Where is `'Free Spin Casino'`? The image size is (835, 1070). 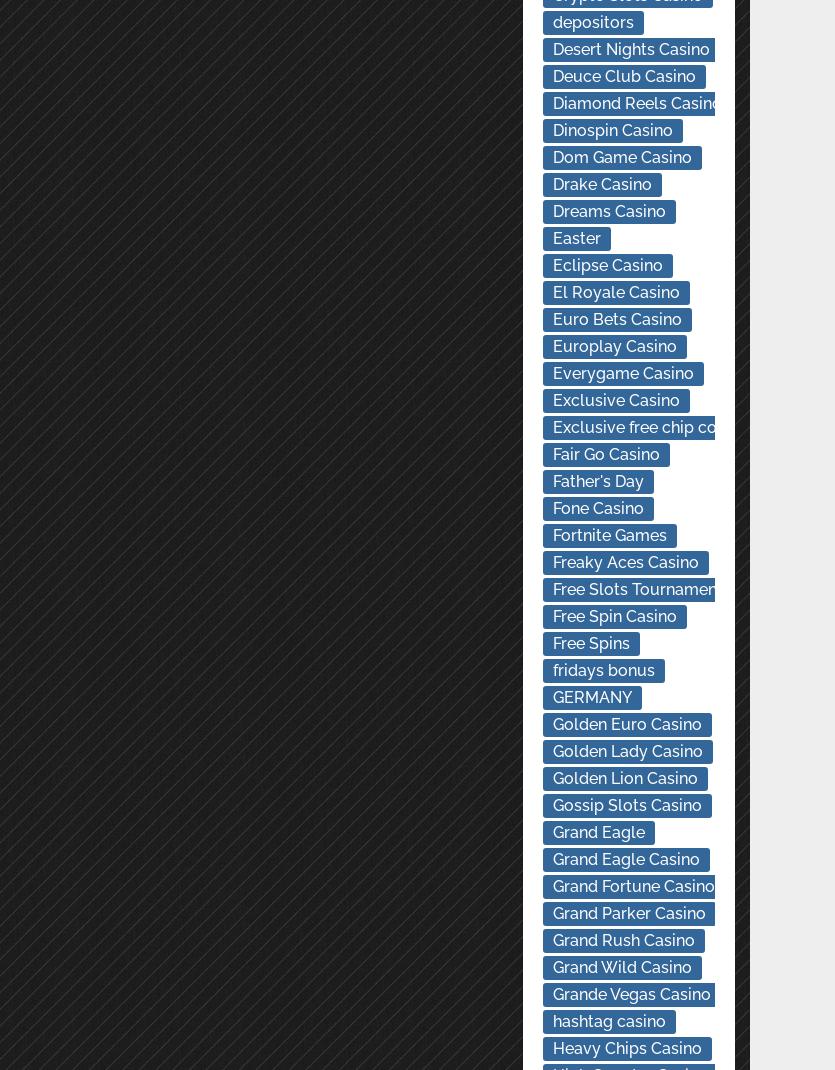
'Free Spin Casino' is located at coordinates (612, 615).